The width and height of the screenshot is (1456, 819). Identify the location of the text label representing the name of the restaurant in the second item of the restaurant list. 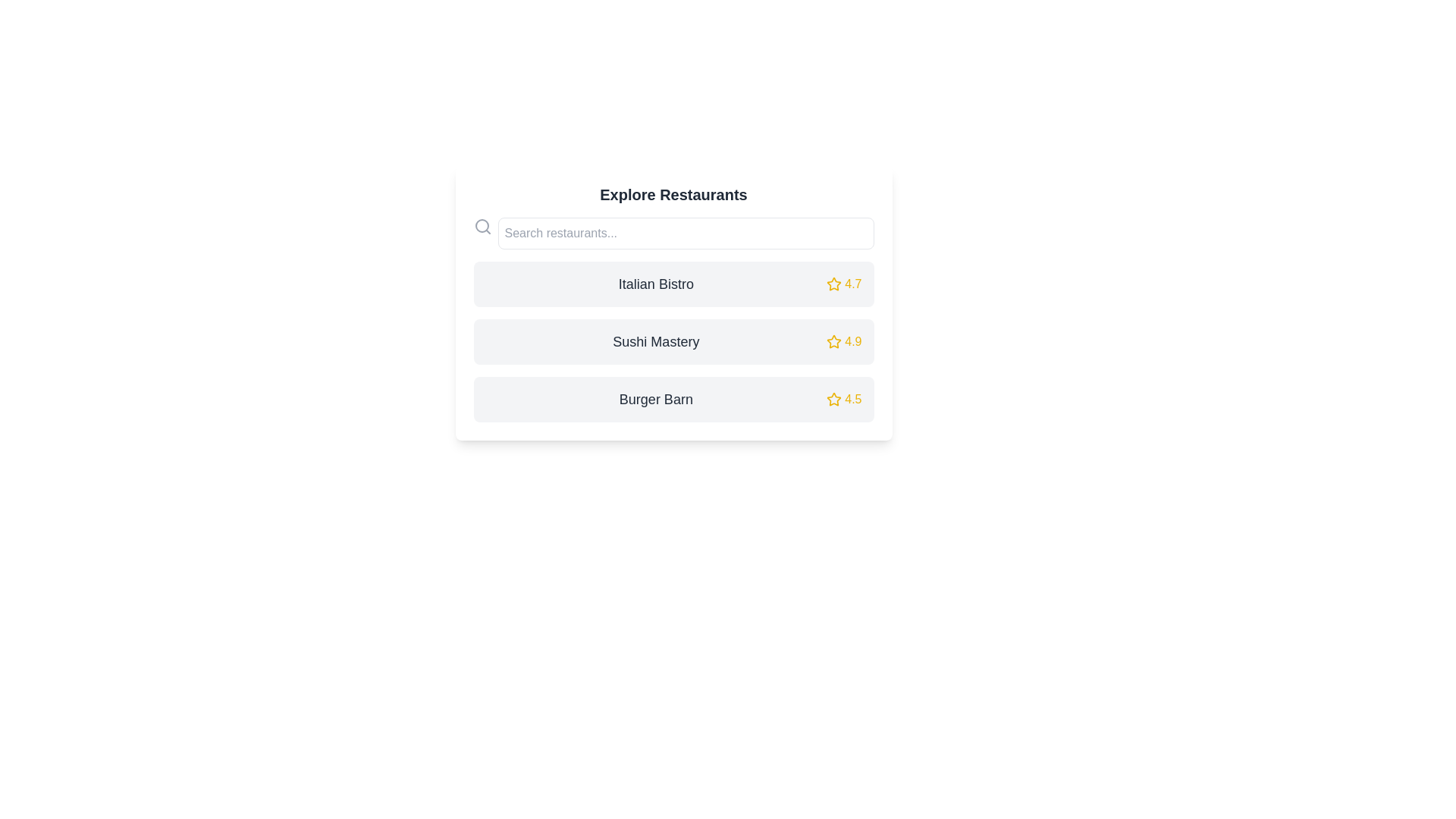
(656, 342).